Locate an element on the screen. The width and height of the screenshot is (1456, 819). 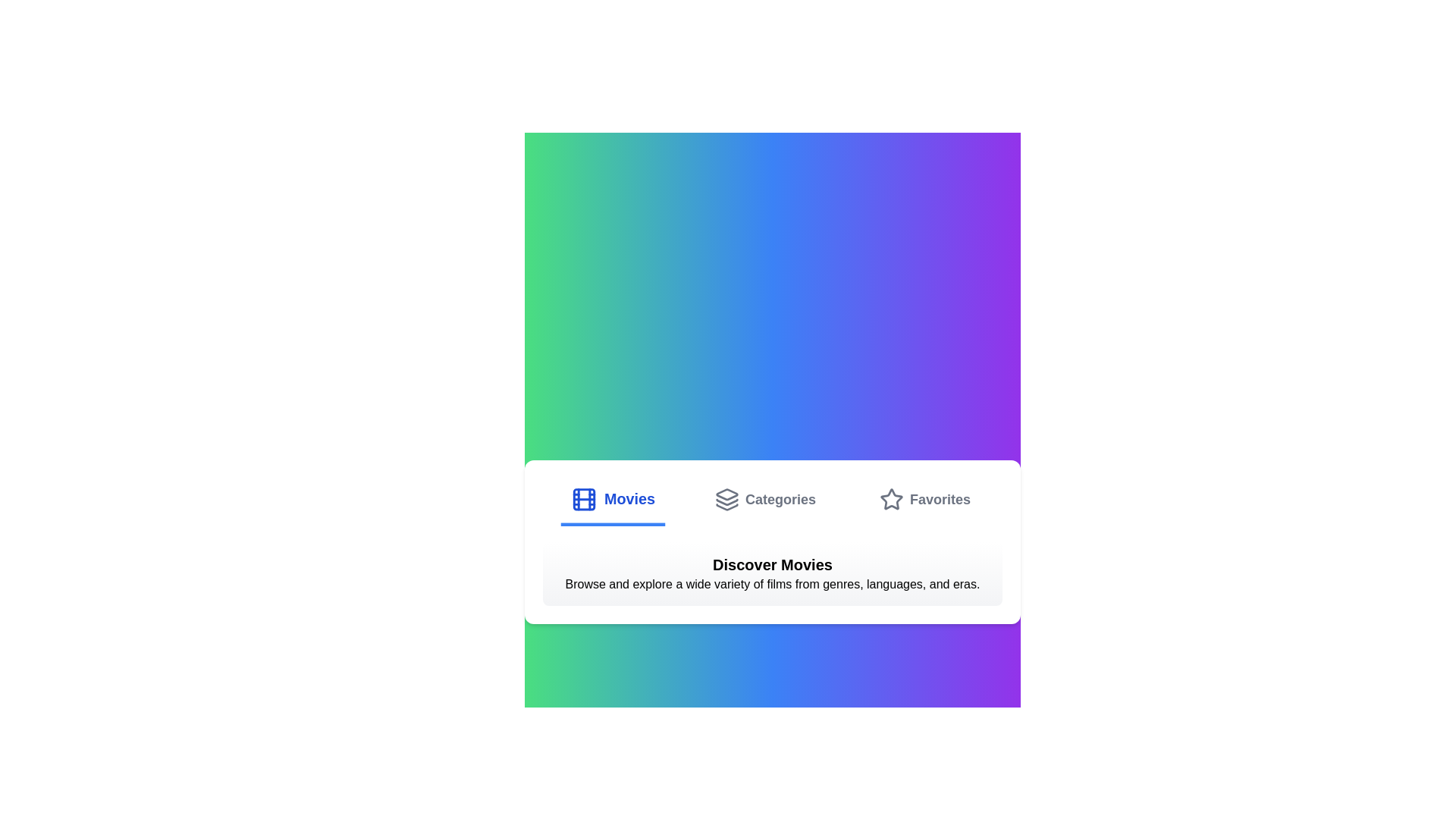
the Movies tab is located at coordinates (612, 500).